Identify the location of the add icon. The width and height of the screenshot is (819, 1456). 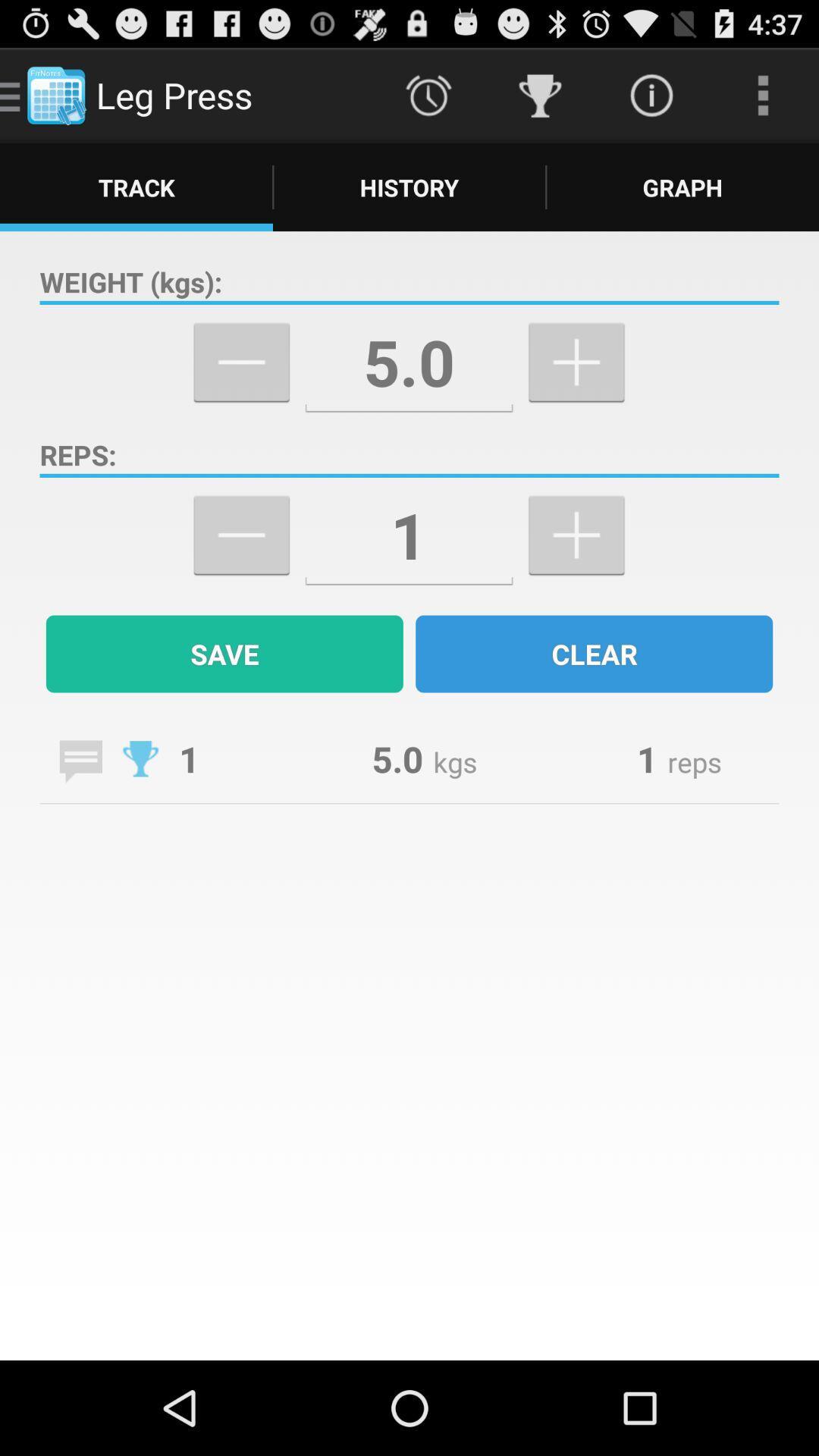
(576, 572).